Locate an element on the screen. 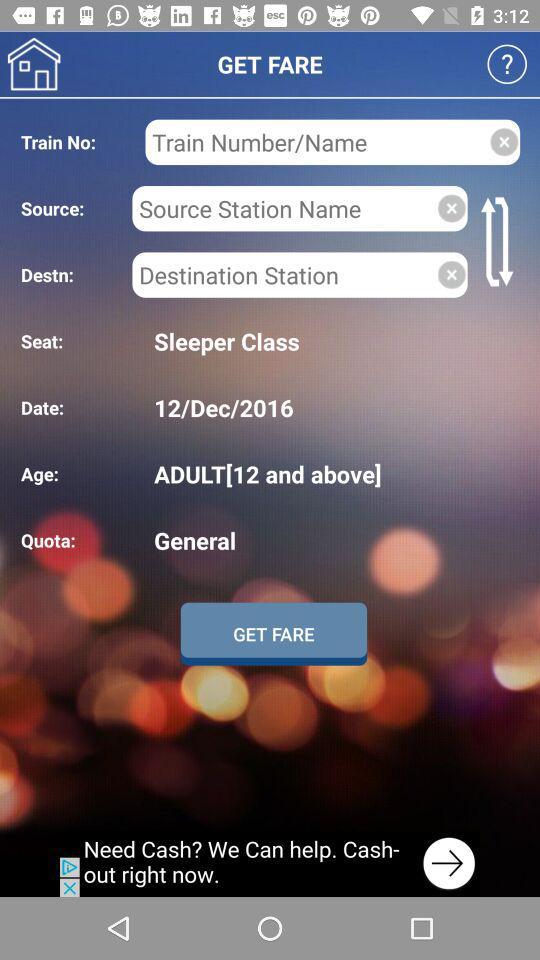 The height and width of the screenshot is (960, 540). close is located at coordinates (451, 273).